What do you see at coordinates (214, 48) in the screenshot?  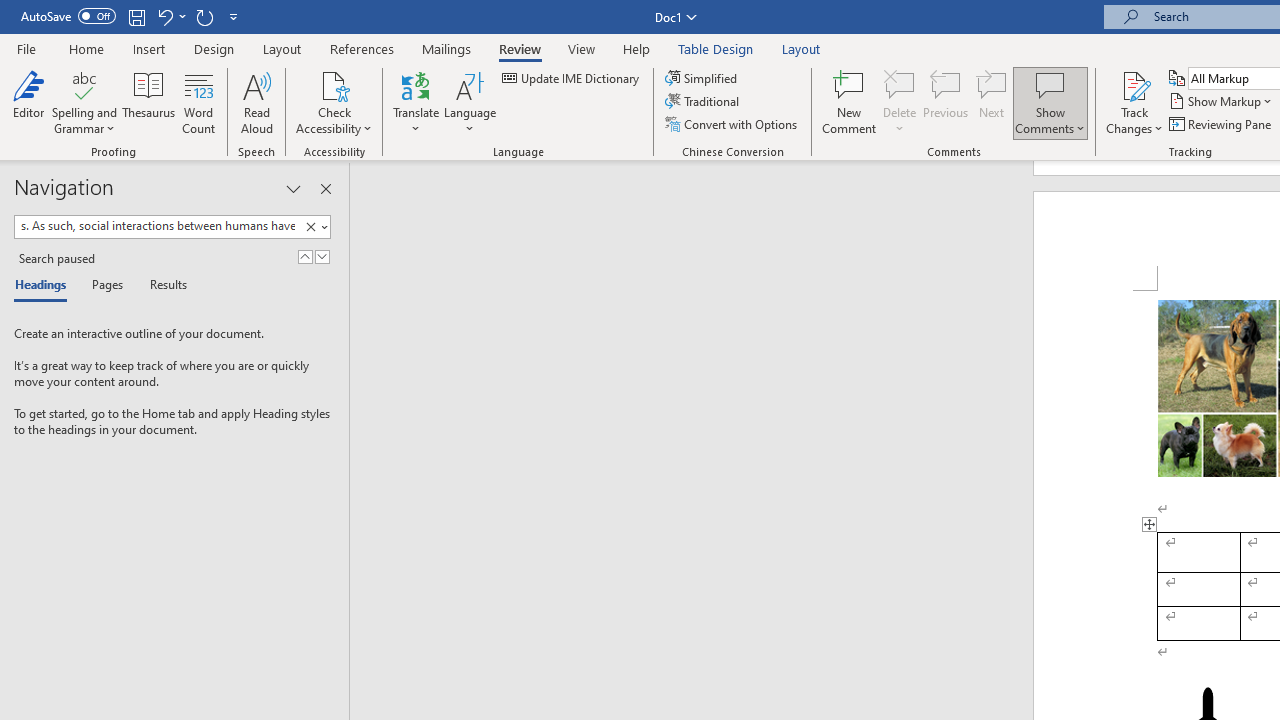 I see `'Design'` at bounding box center [214, 48].